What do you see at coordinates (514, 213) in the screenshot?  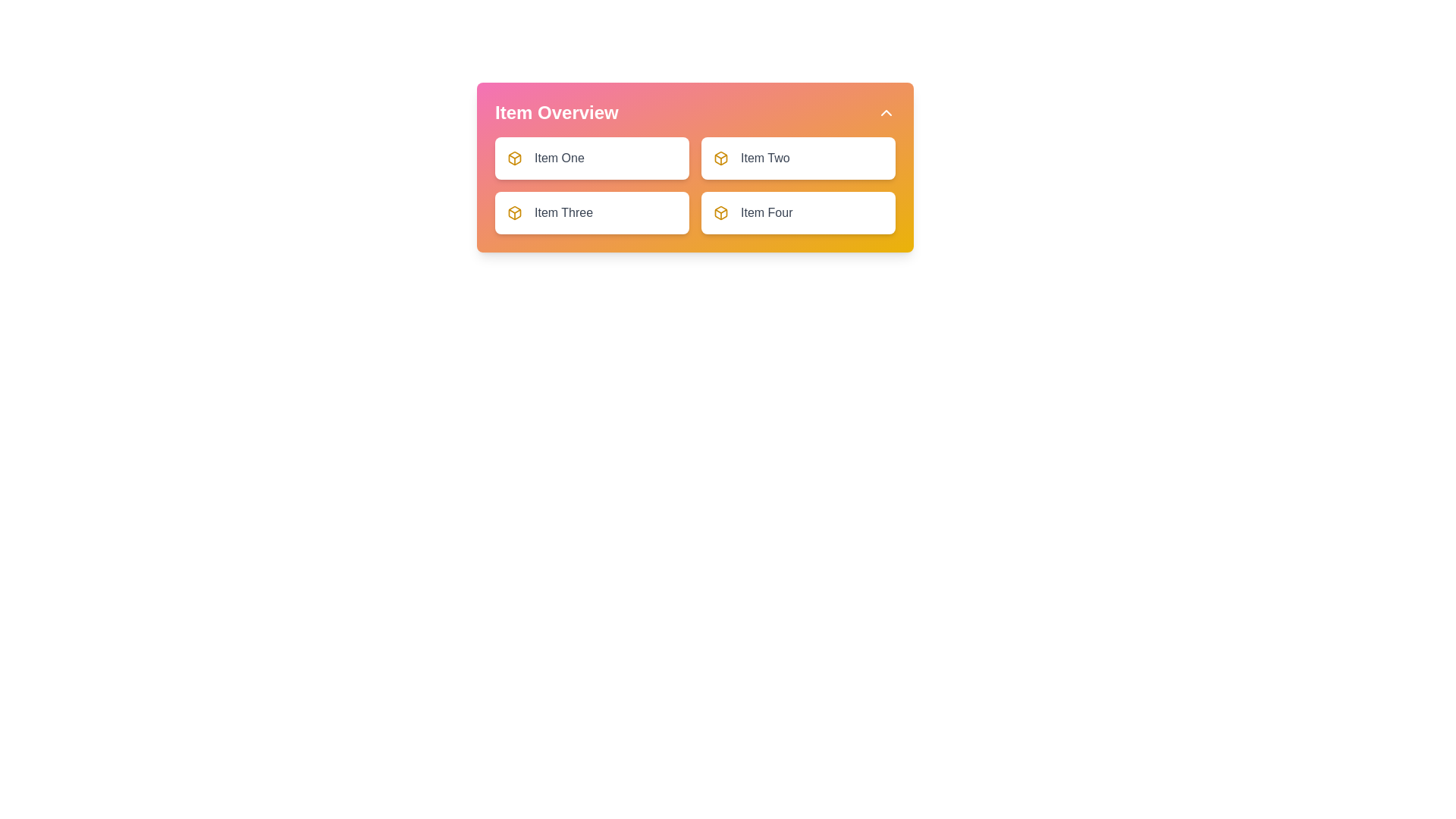 I see `the small, square-shaped yellow-orange icon representing a 3D box located to the left of the text-label 'Item Three' in the 'Item Overview' list` at bounding box center [514, 213].